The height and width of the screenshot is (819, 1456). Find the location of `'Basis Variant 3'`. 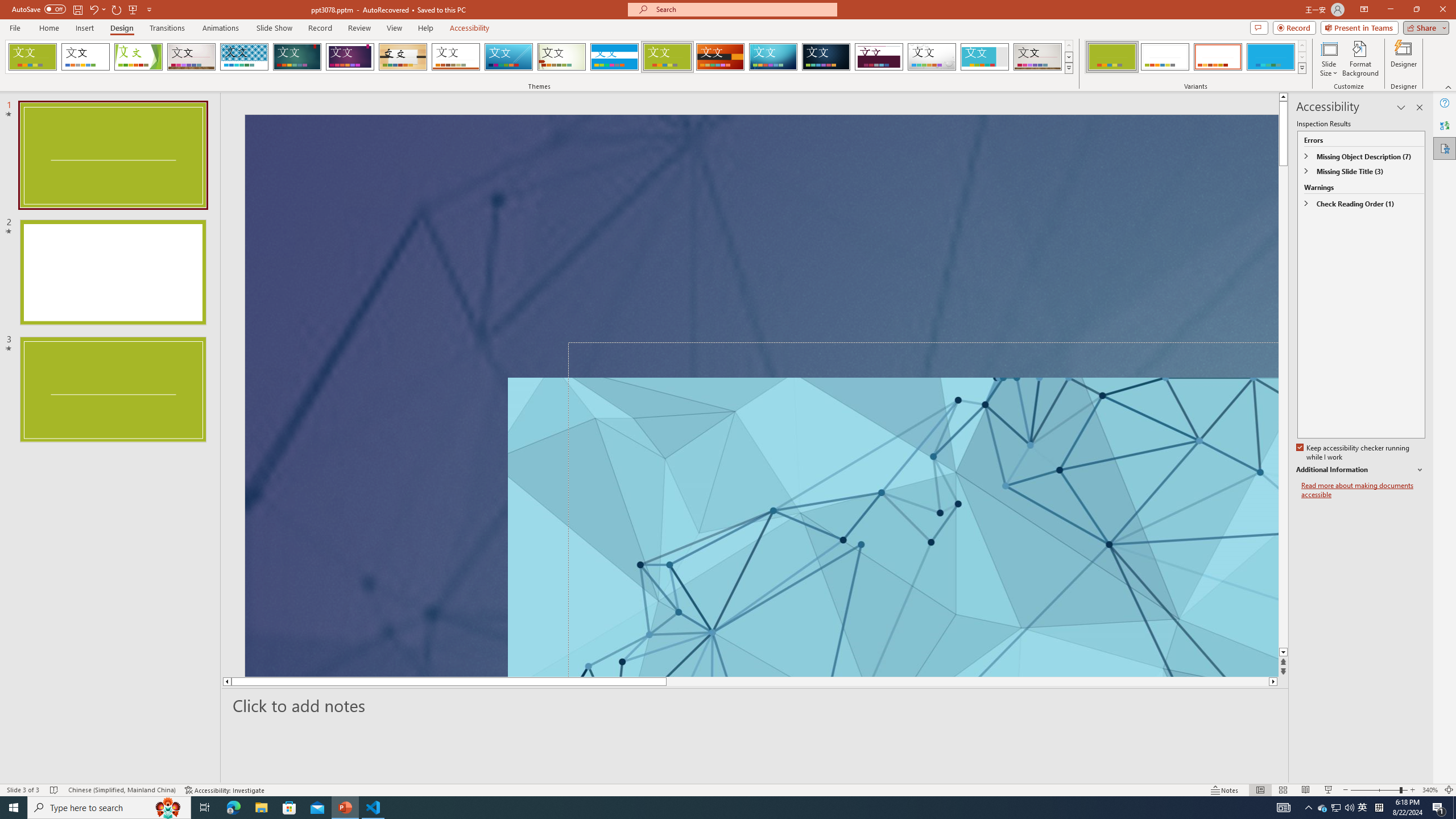

'Basis Variant 3' is located at coordinates (1217, 56).